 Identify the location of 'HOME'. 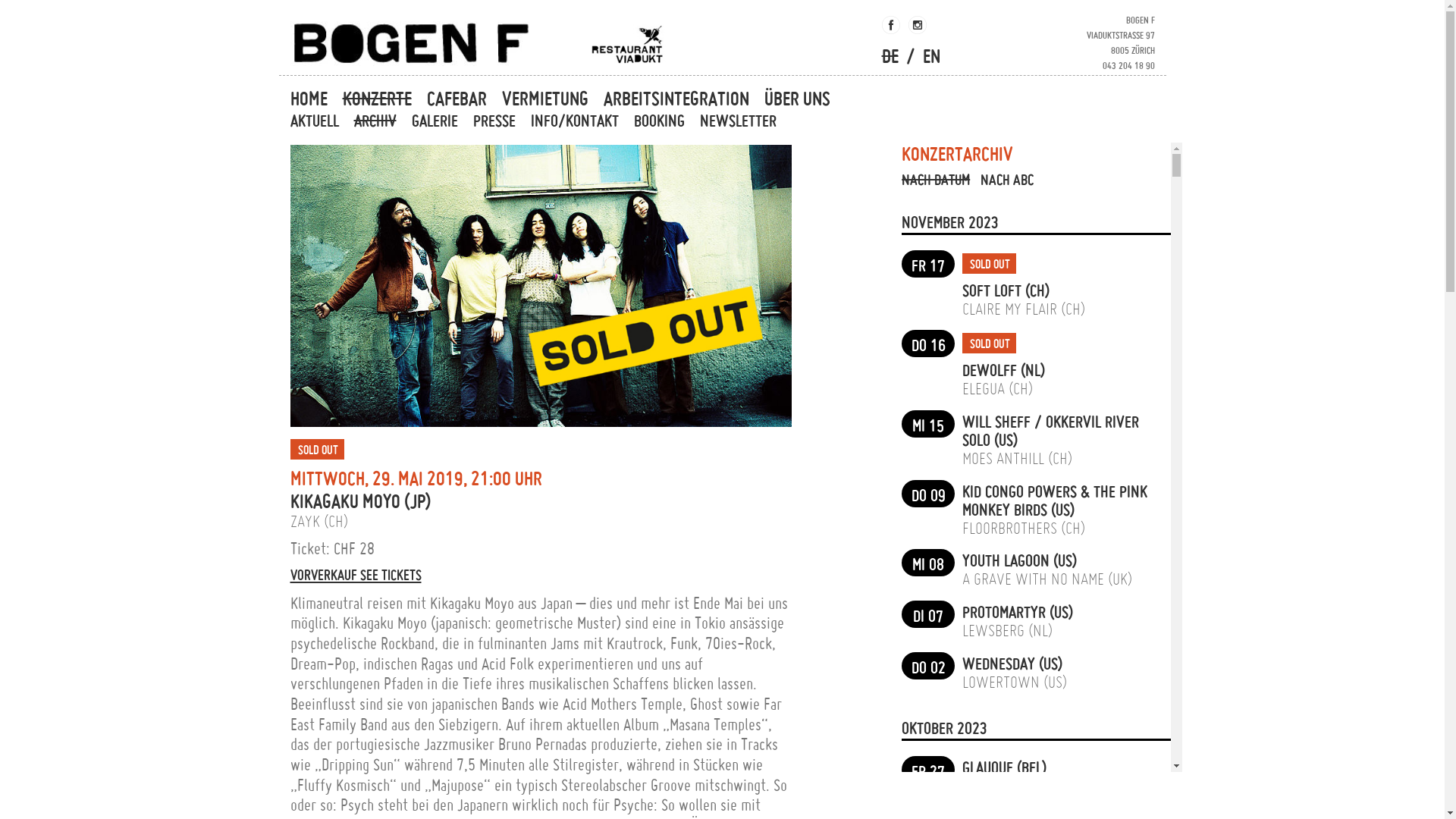
(287, 99).